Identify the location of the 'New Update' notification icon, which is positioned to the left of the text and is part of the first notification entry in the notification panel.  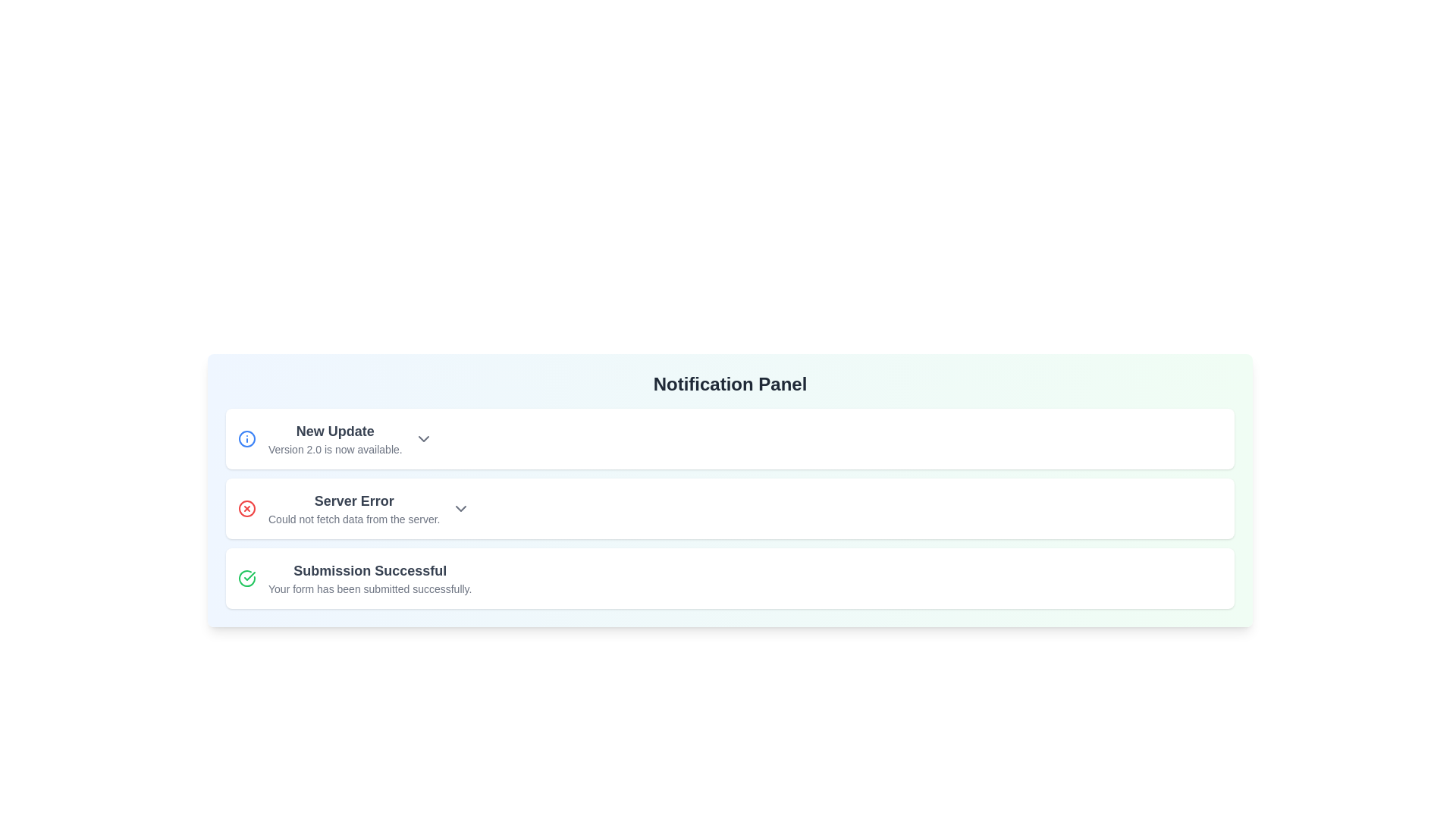
(247, 438).